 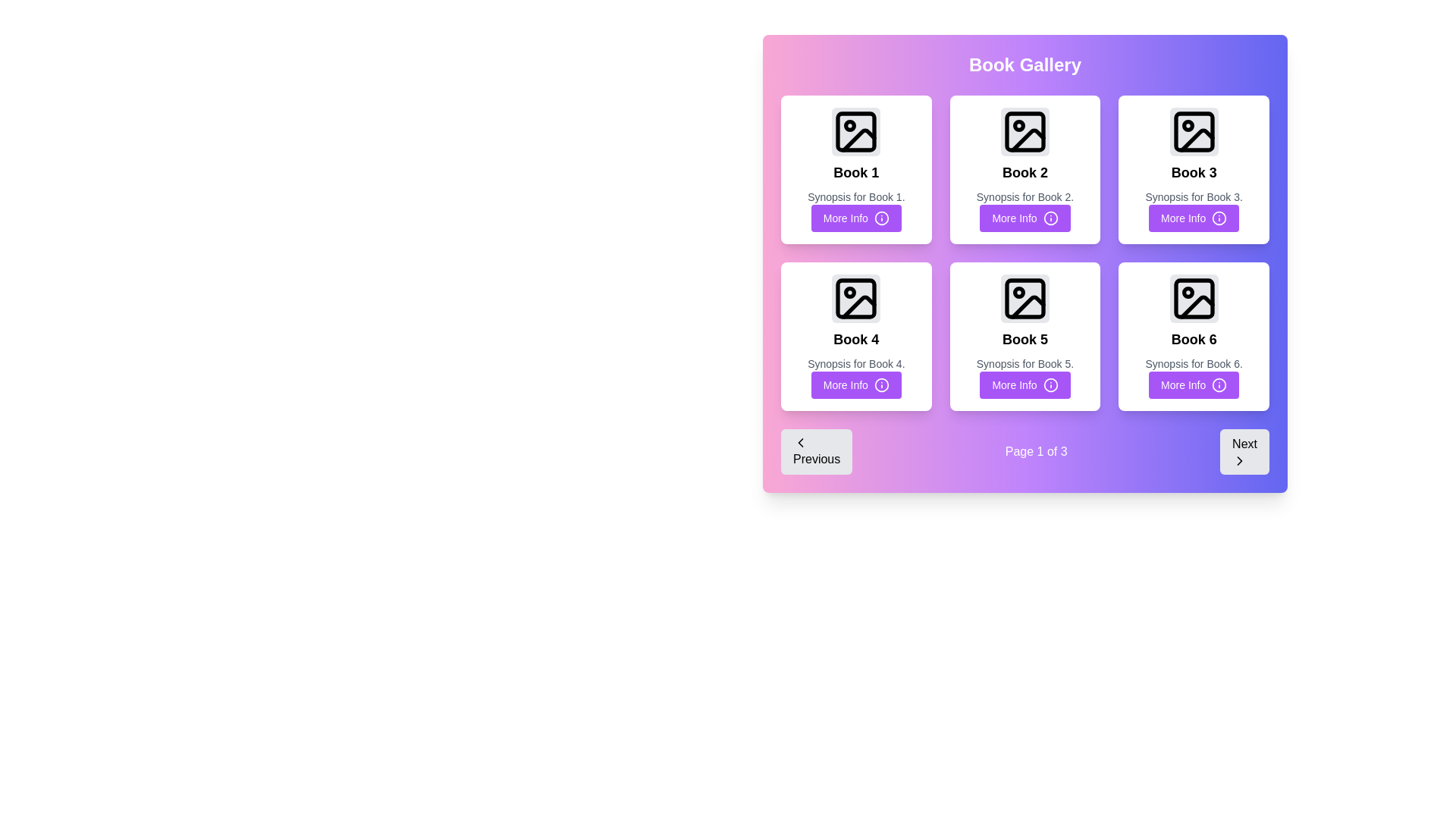 What do you see at coordinates (1025, 171) in the screenshot?
I see `the text label that identifies the book displayed in the grid, located in the second tile of the first row, situated directly below the image placeholder` at bounding box center [1025, 171].